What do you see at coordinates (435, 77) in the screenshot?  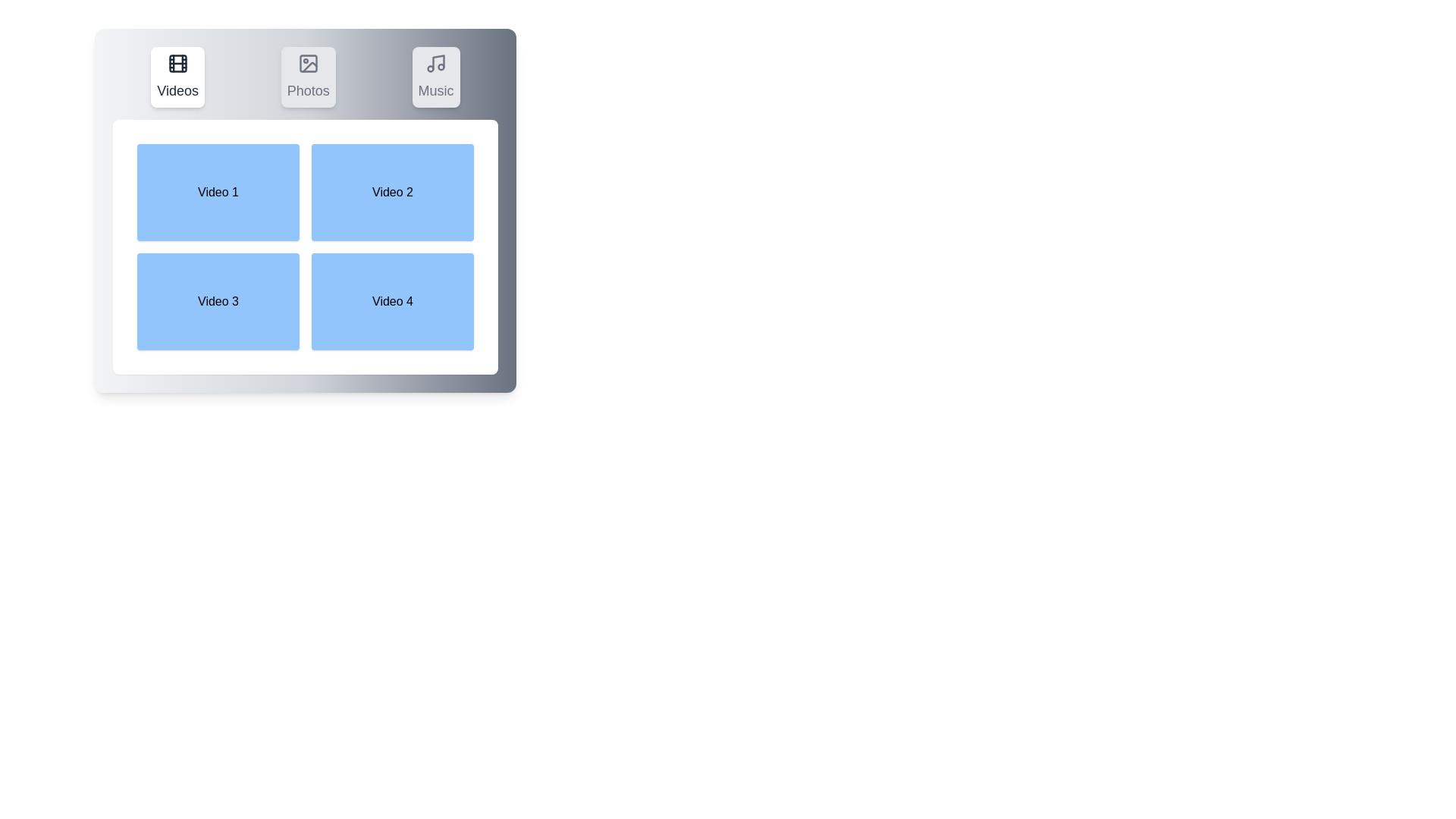 I see `the Music tab to switch to the corresponding section` at bounding box center [435, 77].